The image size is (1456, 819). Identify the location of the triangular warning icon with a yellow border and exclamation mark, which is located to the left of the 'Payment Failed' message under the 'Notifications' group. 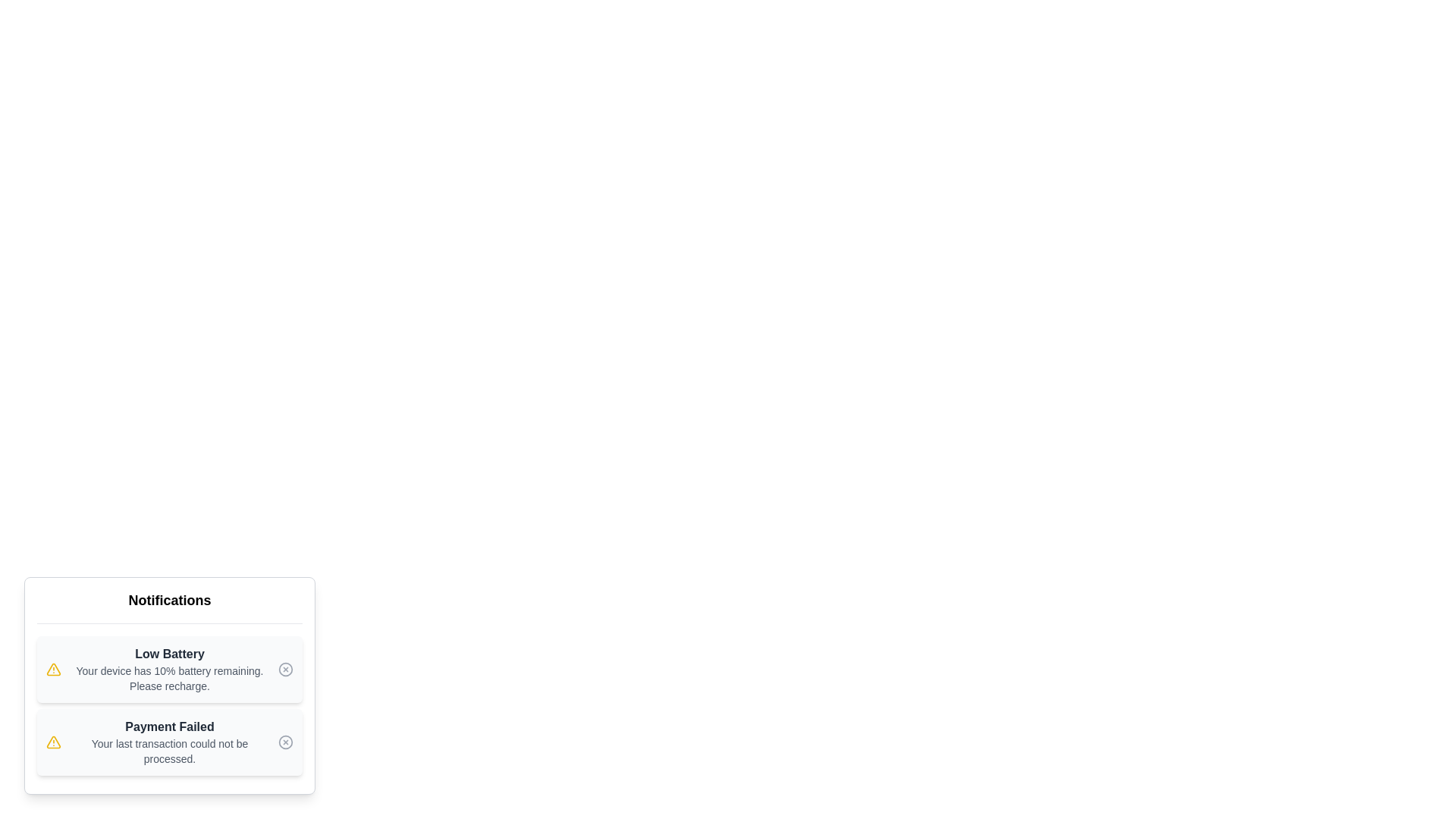
(54, 742).